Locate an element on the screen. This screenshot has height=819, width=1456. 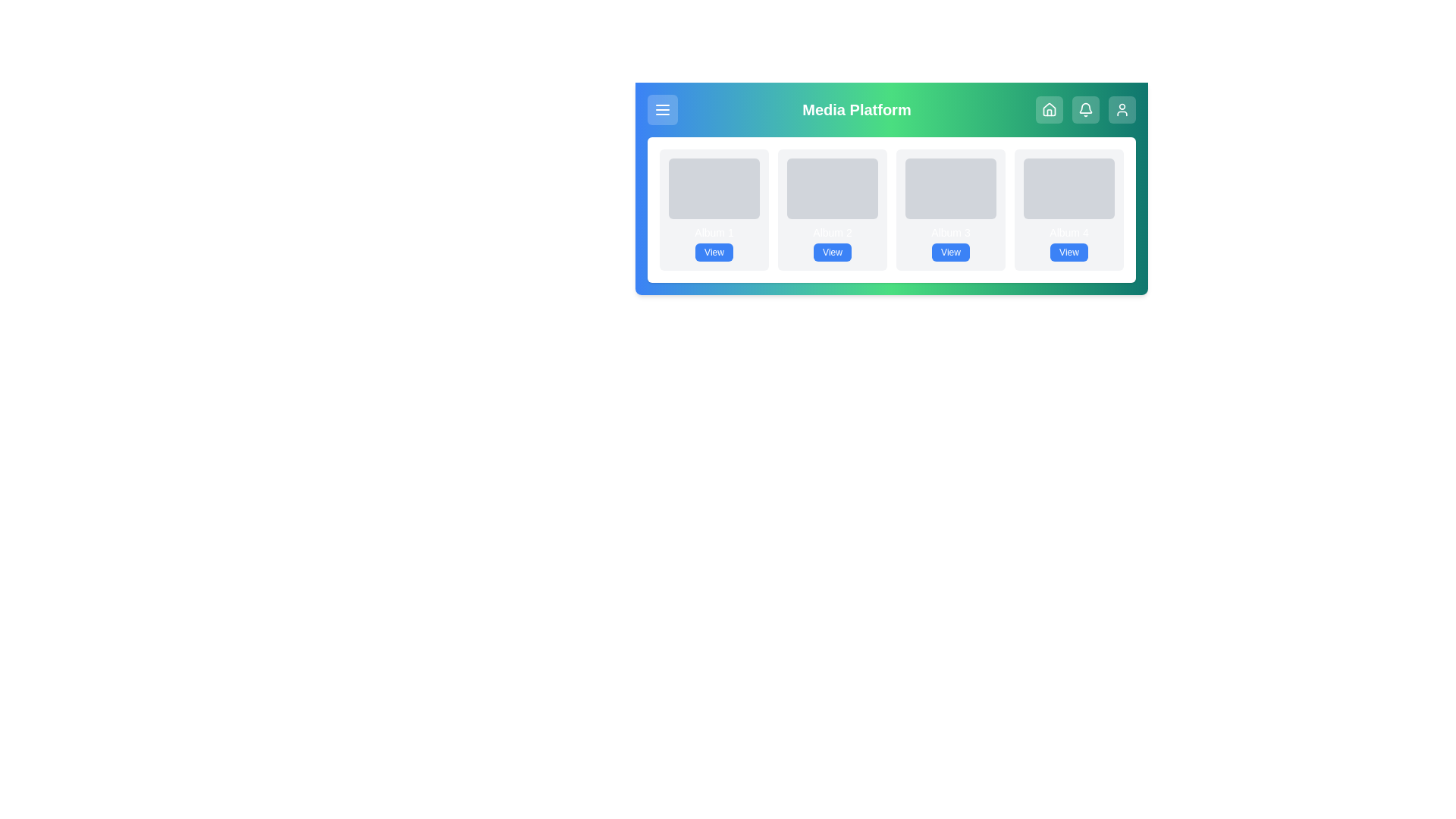
the 'View' button for album 2 is located at coordinates (832, 251).